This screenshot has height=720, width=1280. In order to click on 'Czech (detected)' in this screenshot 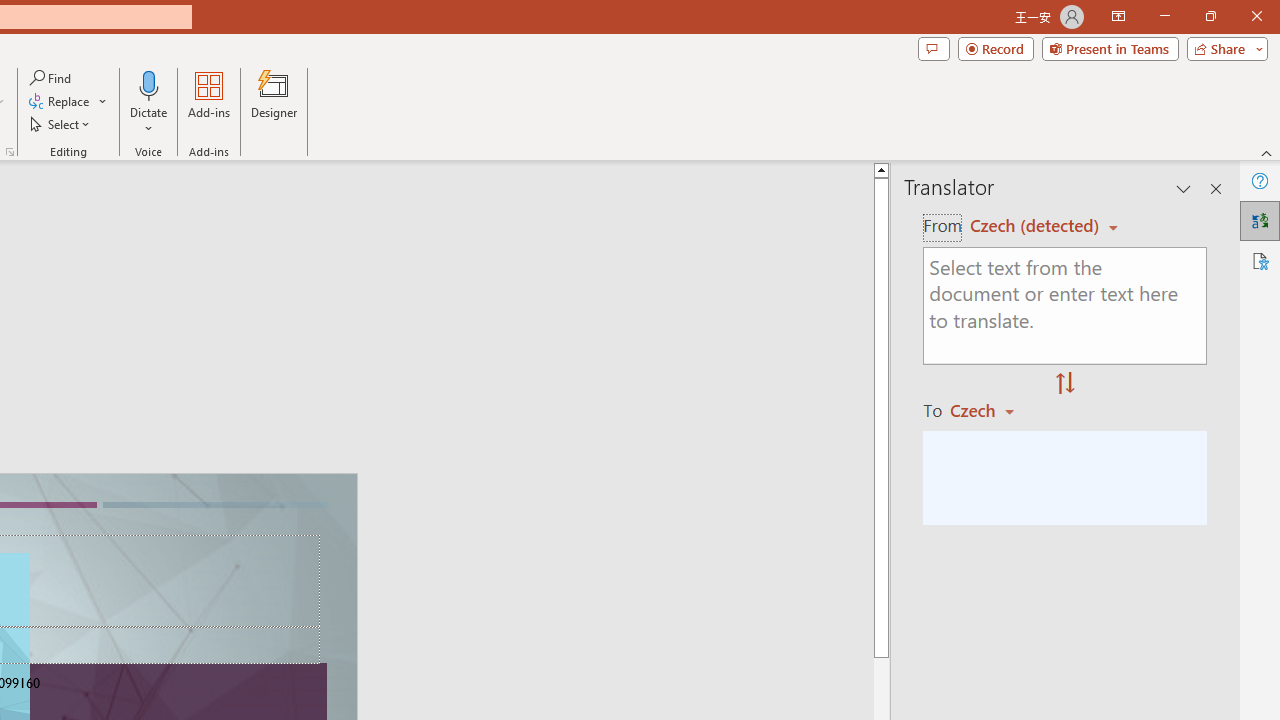, I will do `click(1037, 225)`.